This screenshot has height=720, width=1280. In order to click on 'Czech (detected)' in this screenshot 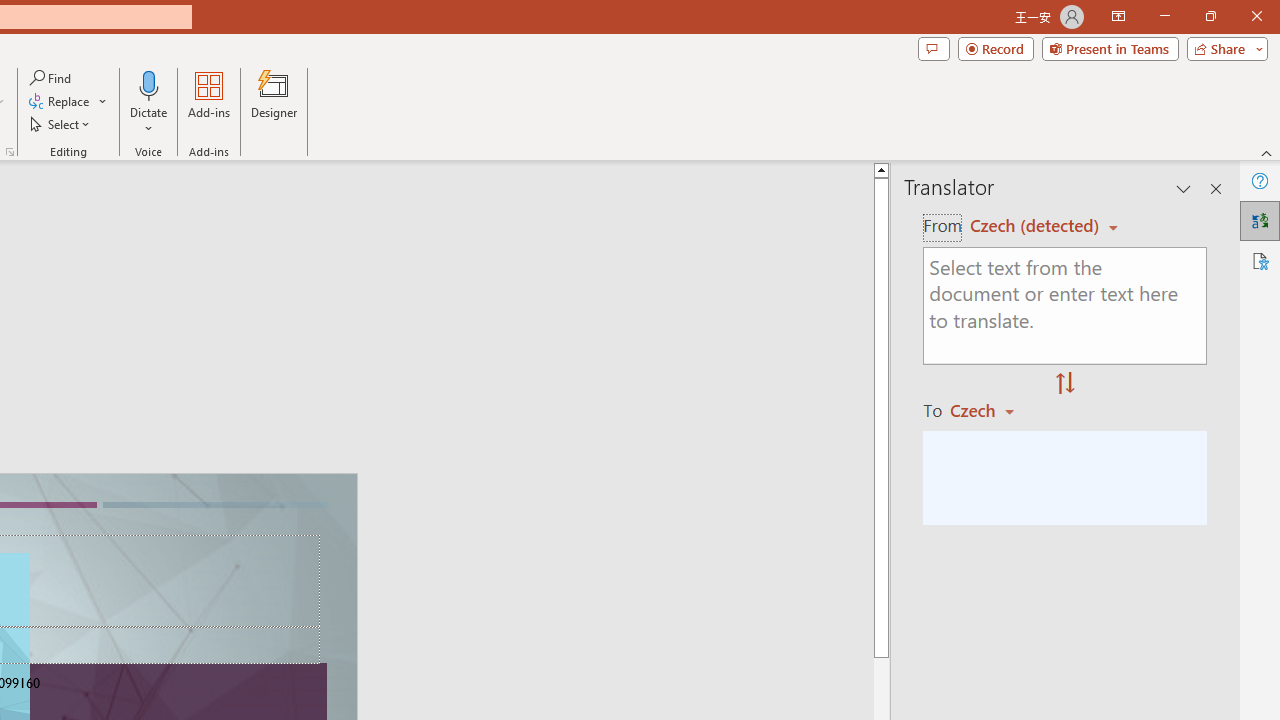, I will do `click(1037, 225)`.